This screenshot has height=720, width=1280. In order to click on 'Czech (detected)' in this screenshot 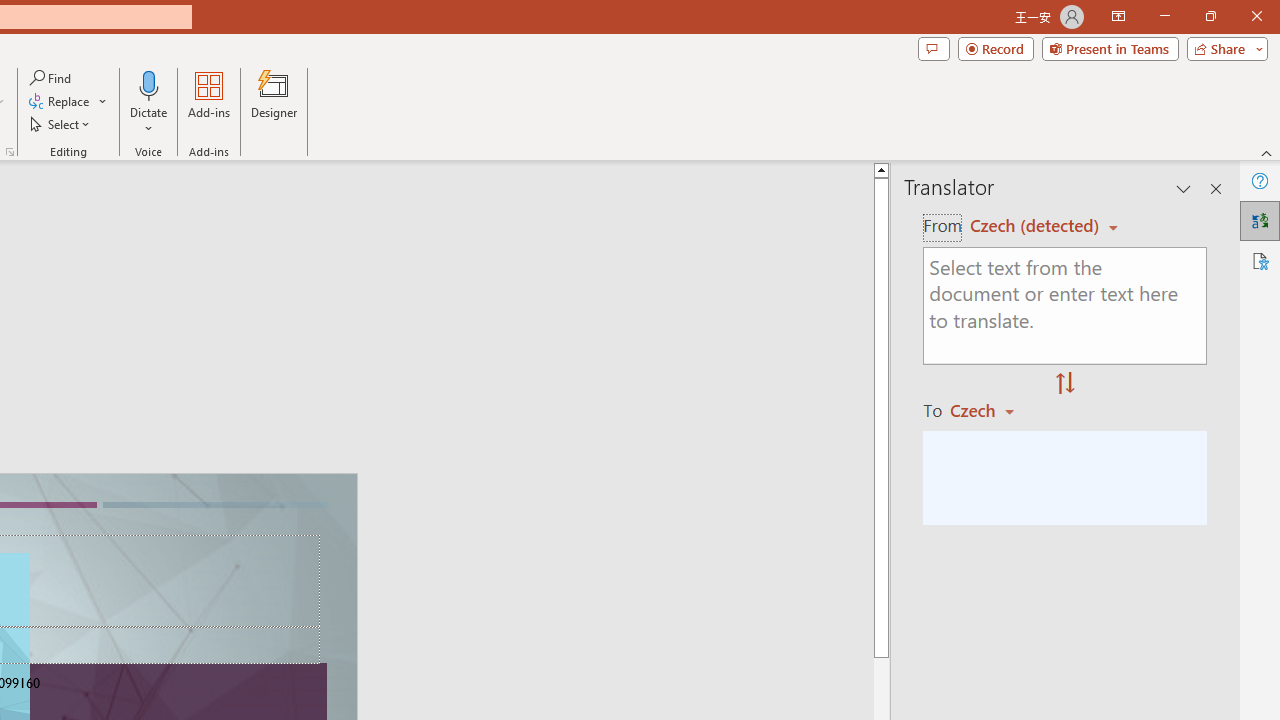, I will do `click(1037, 225)`.